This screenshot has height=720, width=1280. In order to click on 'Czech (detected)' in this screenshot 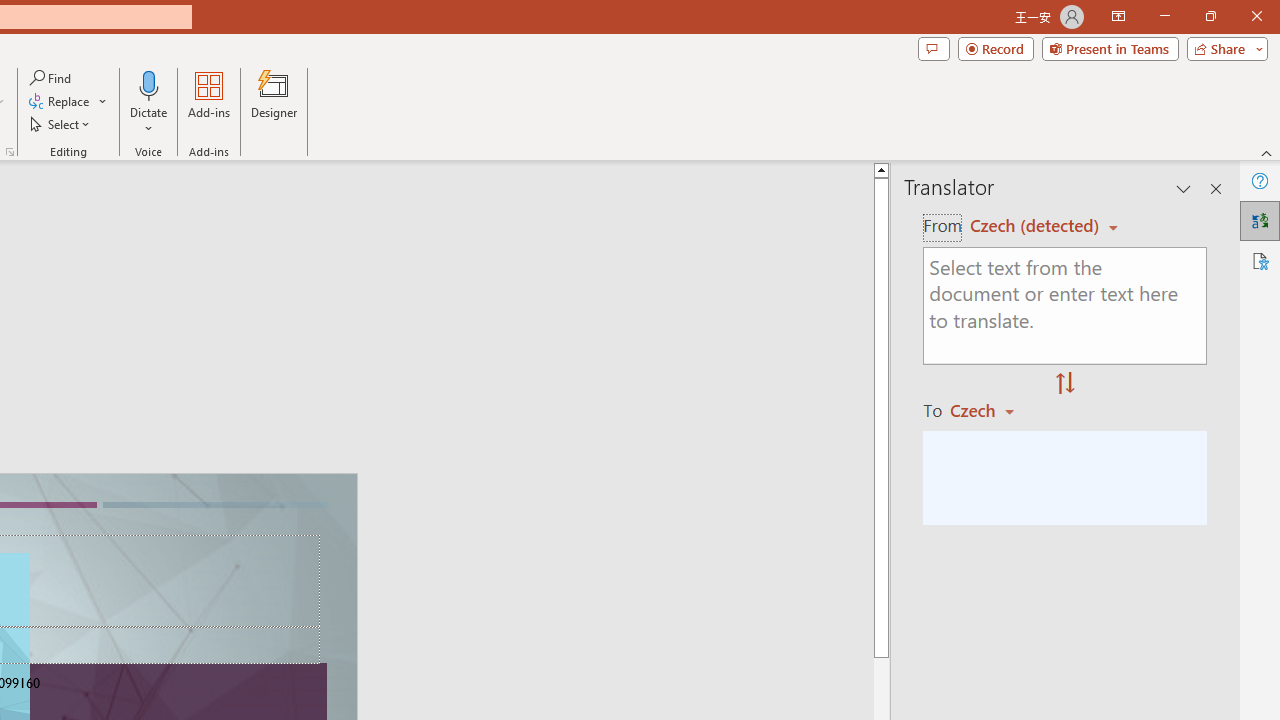, I will do `click(1037, 225)`.